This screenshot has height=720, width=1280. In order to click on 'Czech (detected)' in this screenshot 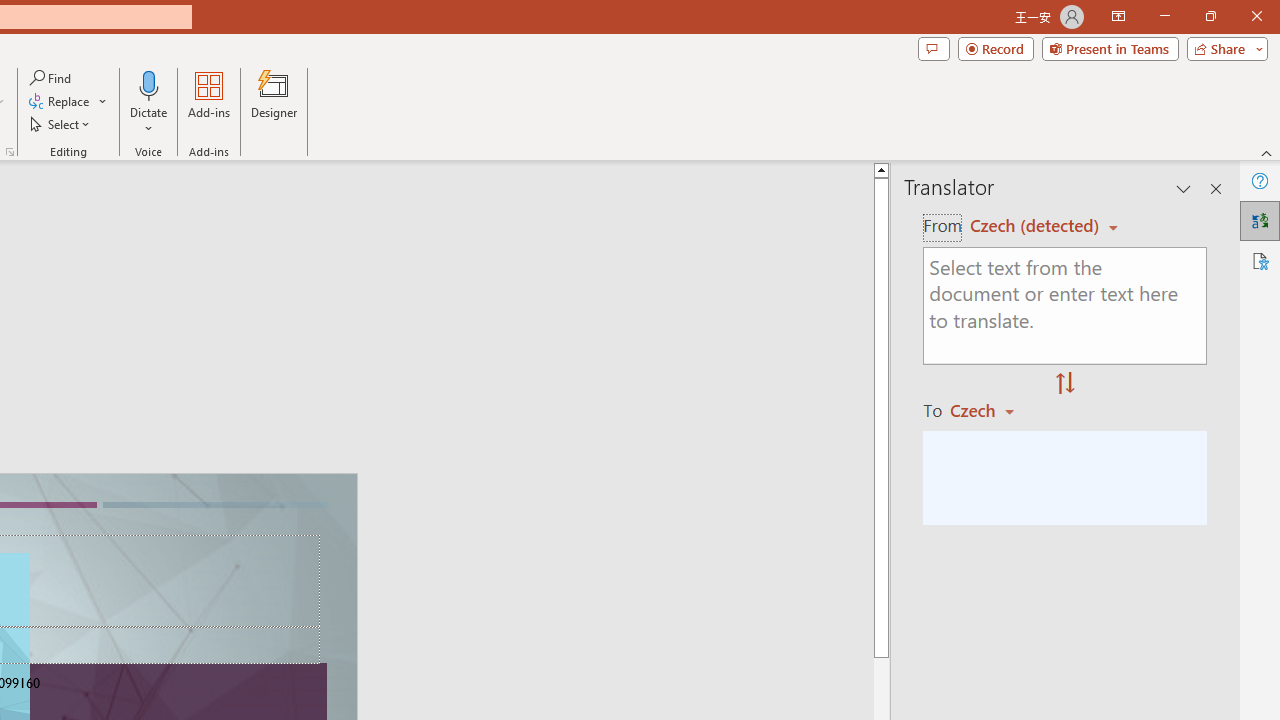, I will do `click(1037, 225)`.